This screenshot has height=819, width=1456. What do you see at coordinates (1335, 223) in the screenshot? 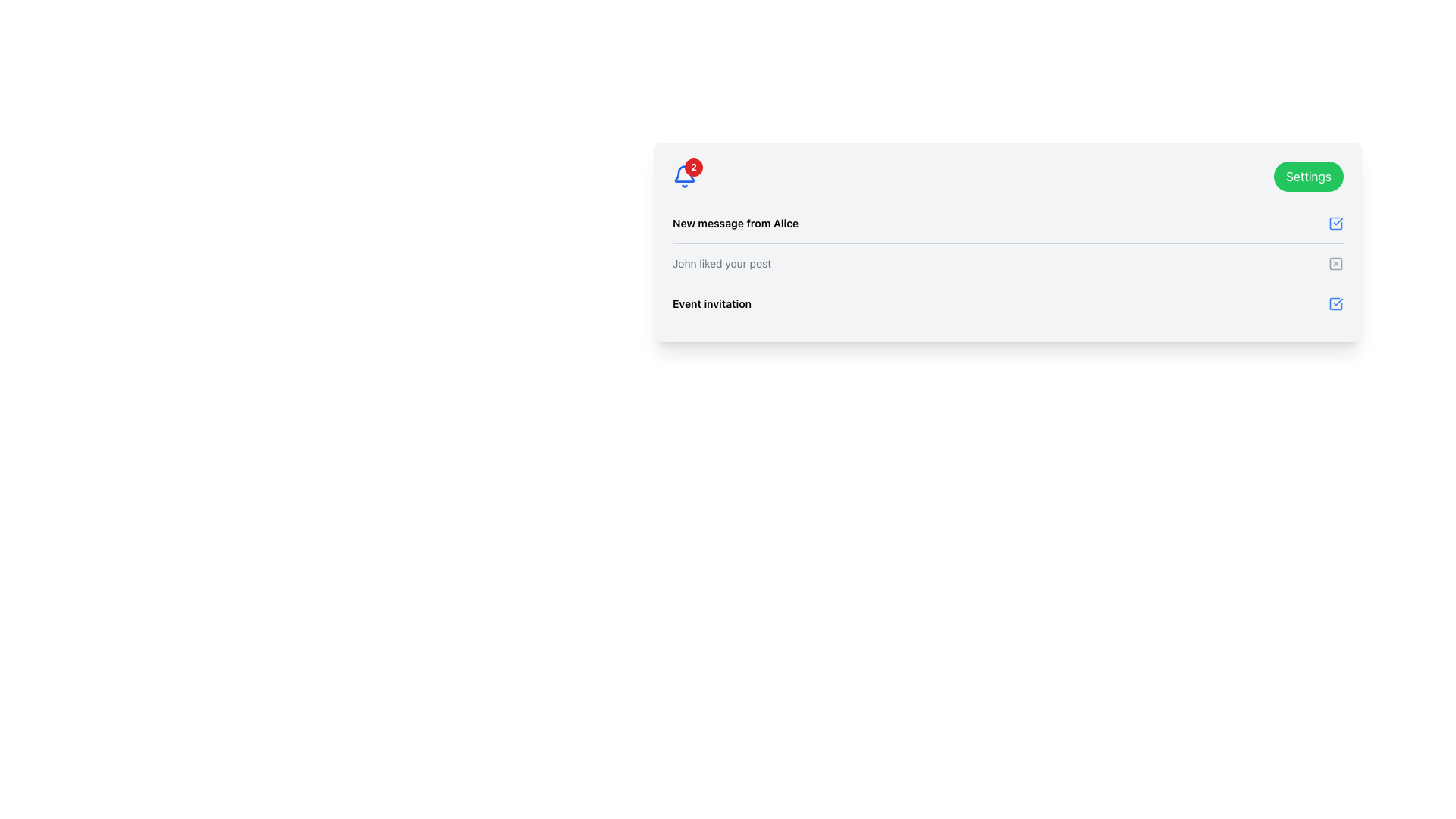
I see `the interactive icon located to the right of the text 'New message from Alice' to mark the notification as read or completed` at bounding box center [1335, 223].